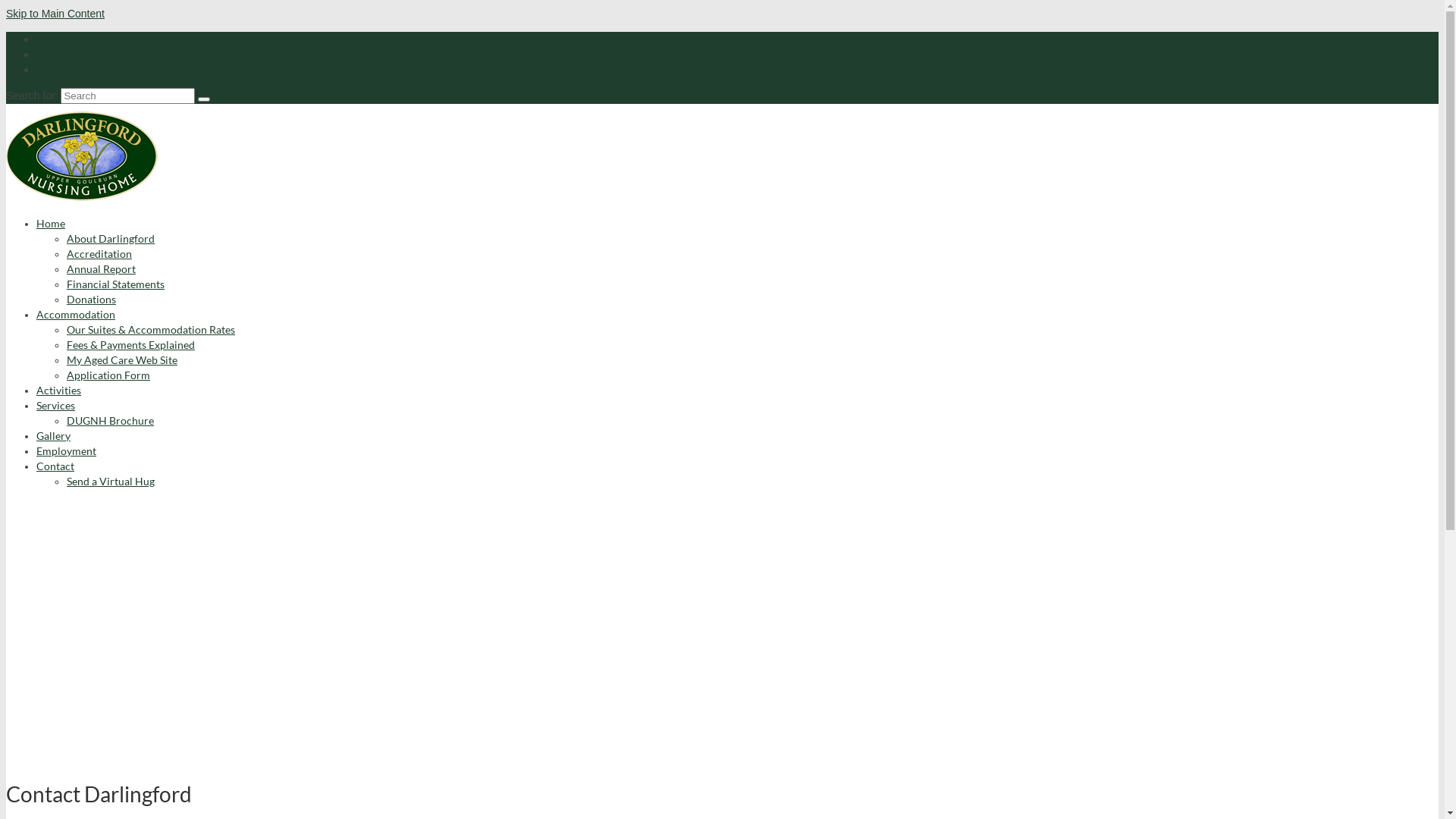 Image resolution: width=1456 pixels, height=819 pixels. Describe the element at coordinates (100, 268) in the screenshot. I see `'Annual Report'` at that location.